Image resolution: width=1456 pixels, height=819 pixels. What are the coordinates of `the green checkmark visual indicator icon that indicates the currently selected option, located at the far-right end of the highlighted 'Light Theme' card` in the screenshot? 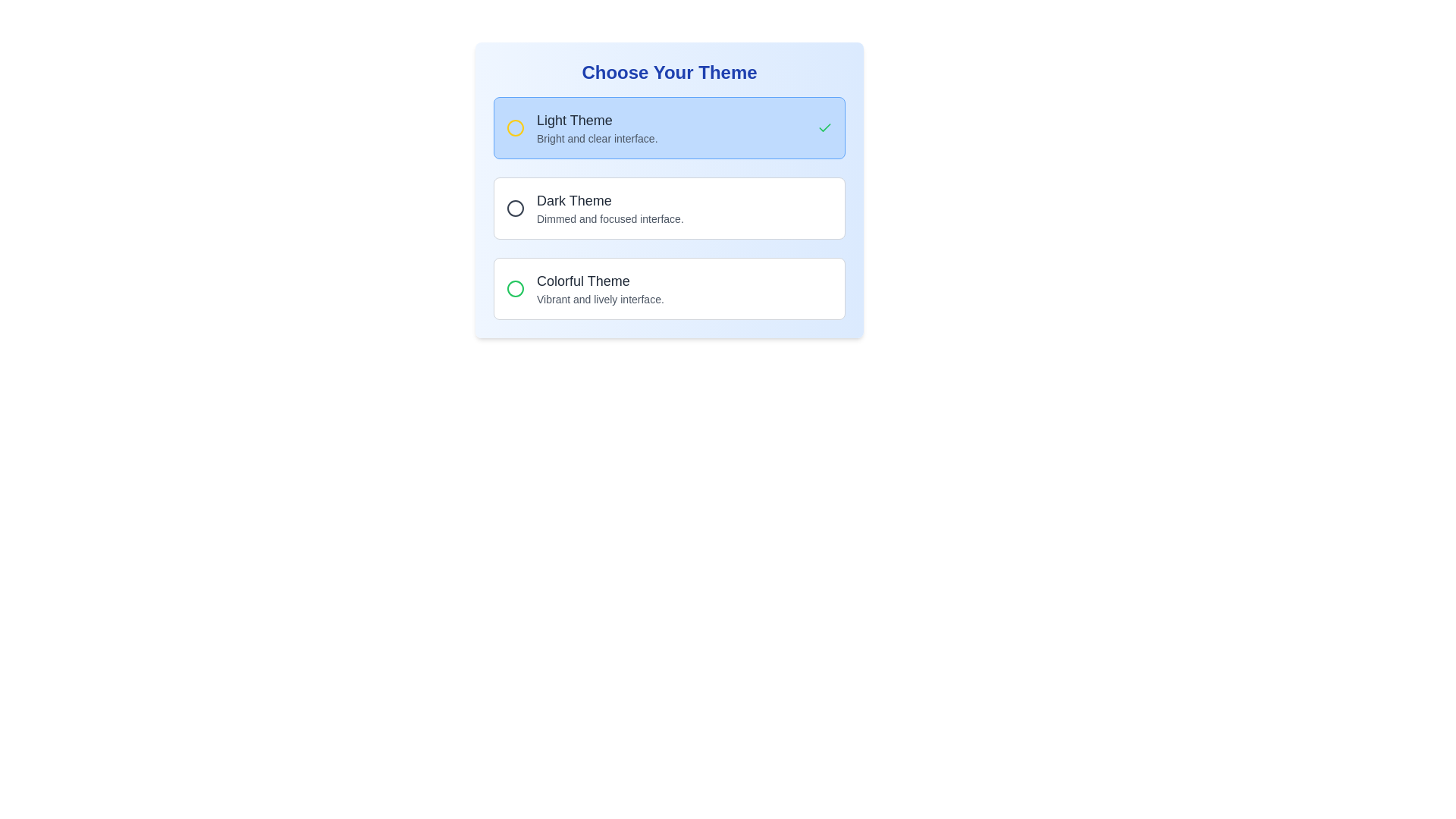 It's located at (824, 127).